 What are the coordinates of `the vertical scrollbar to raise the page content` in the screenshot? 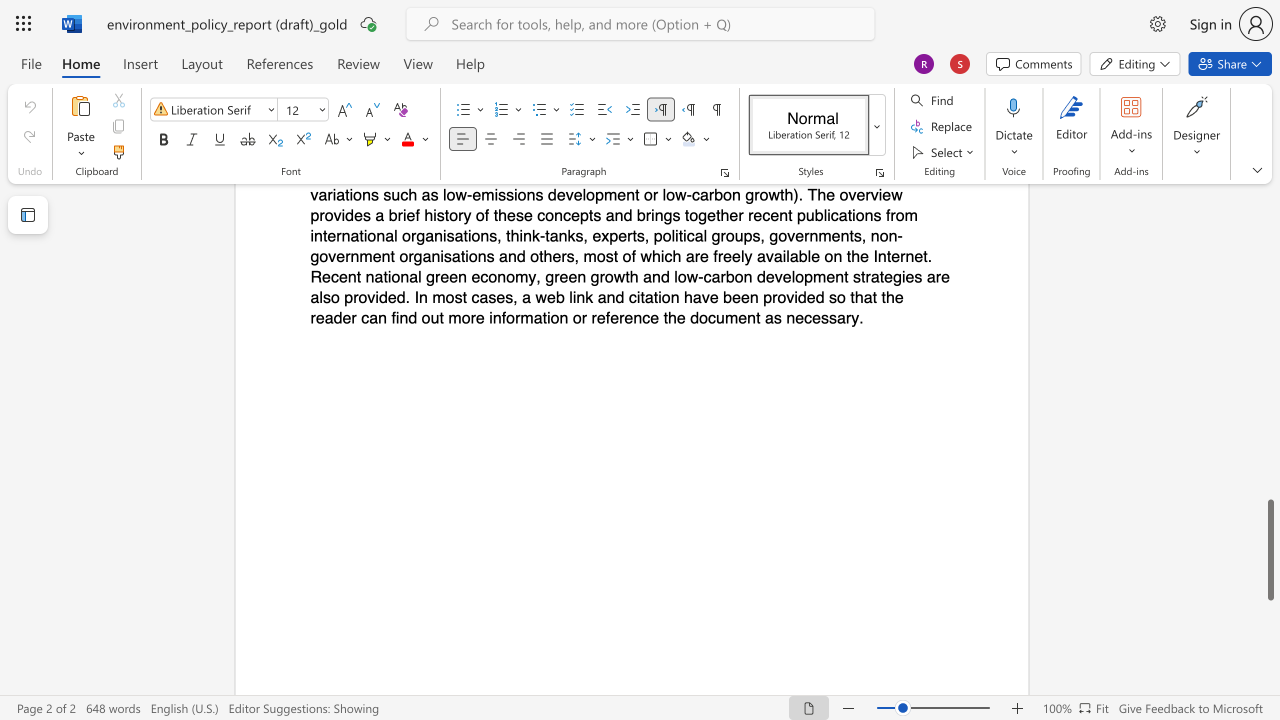 It's located at (1269, 390).